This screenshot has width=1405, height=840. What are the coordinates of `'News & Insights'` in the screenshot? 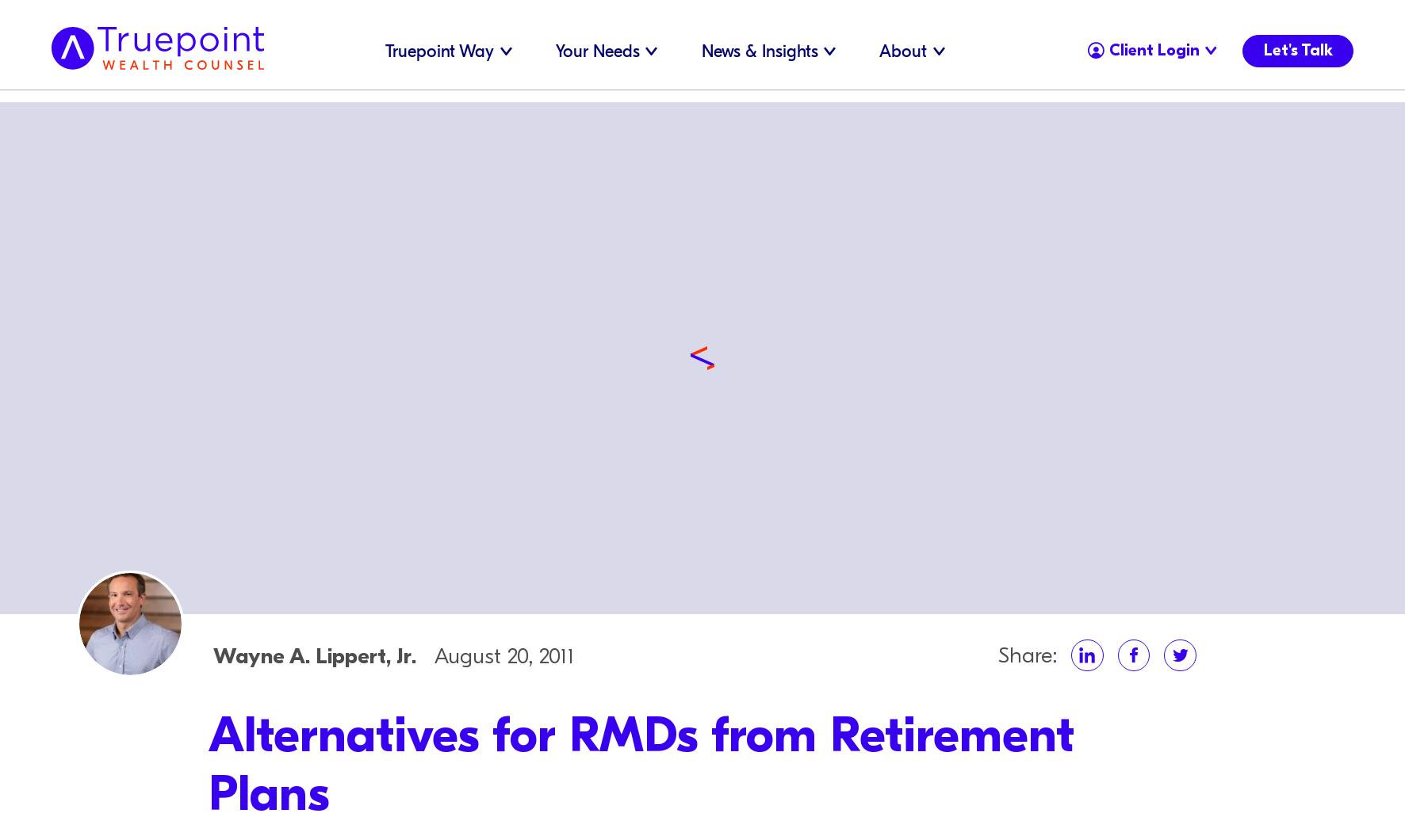 It's located at (758, 51).